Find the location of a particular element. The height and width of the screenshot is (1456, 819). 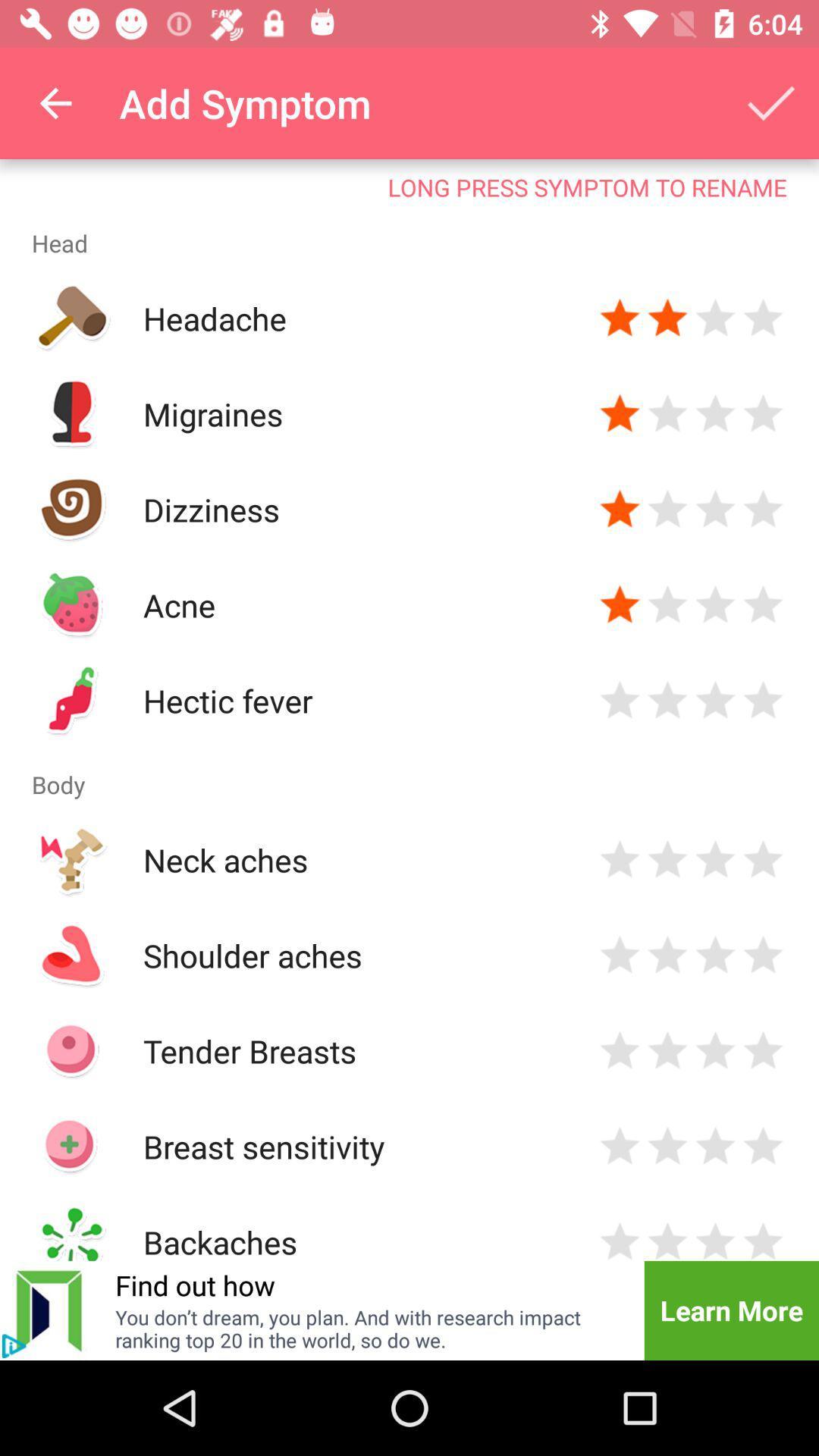

rate 2 is located at coordinates (667, 510).